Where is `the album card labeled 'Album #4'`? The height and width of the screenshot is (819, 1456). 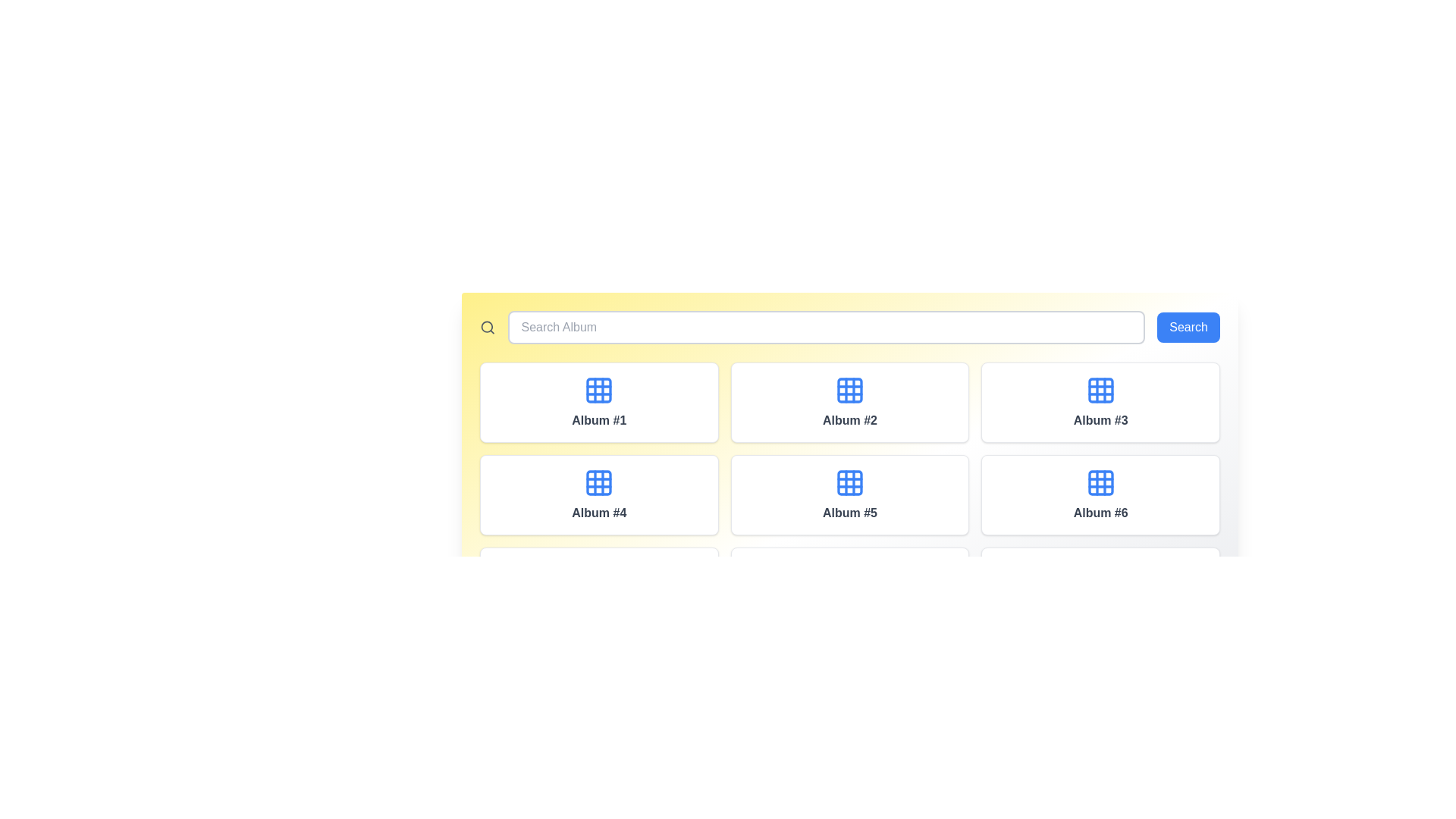 the album card labeled 'Album #4' is located at coordinates (598, 494).